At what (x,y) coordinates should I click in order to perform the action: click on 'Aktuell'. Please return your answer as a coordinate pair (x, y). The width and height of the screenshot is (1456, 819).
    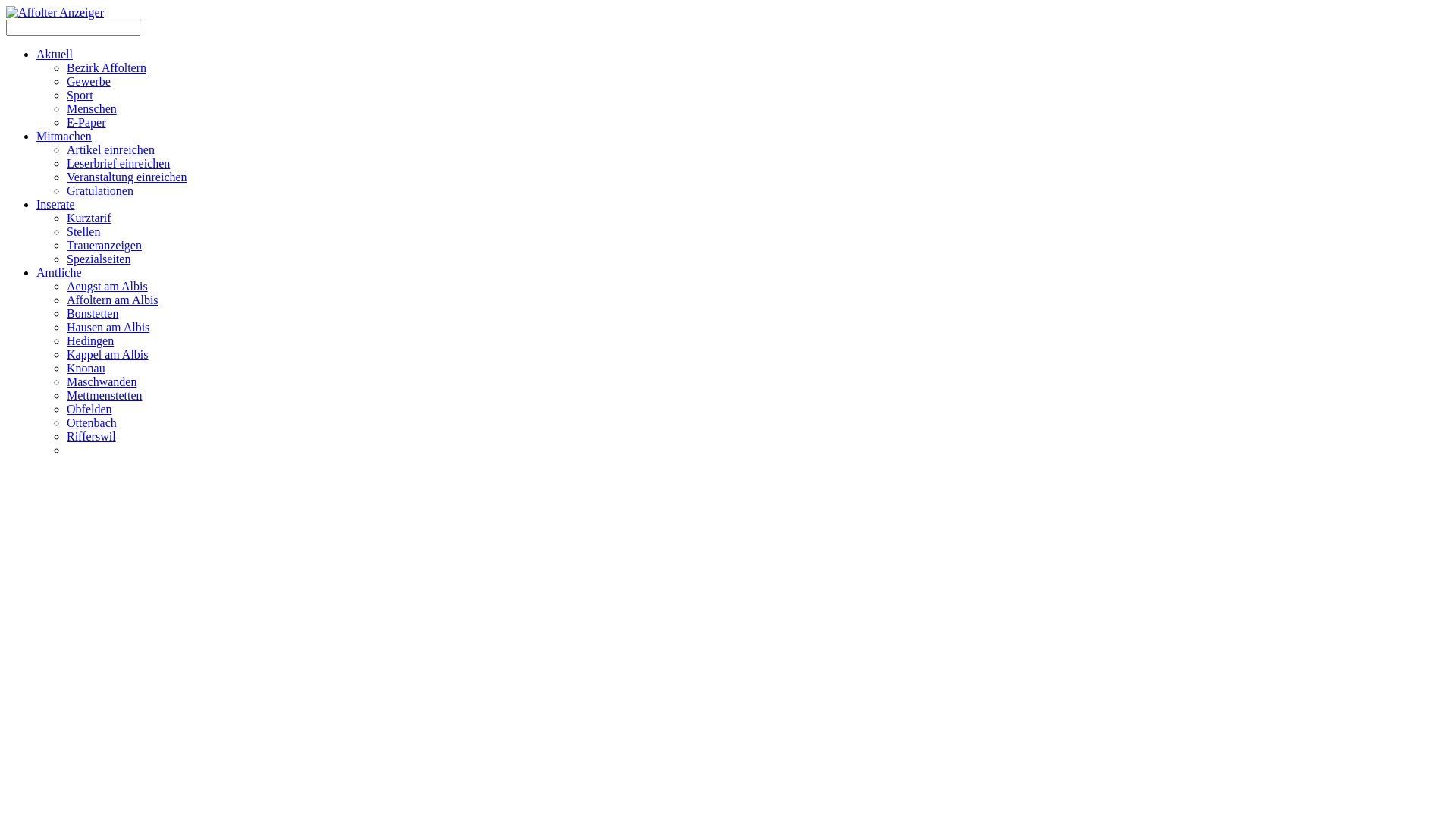
    Looking at the image, I should click on (55, 53).